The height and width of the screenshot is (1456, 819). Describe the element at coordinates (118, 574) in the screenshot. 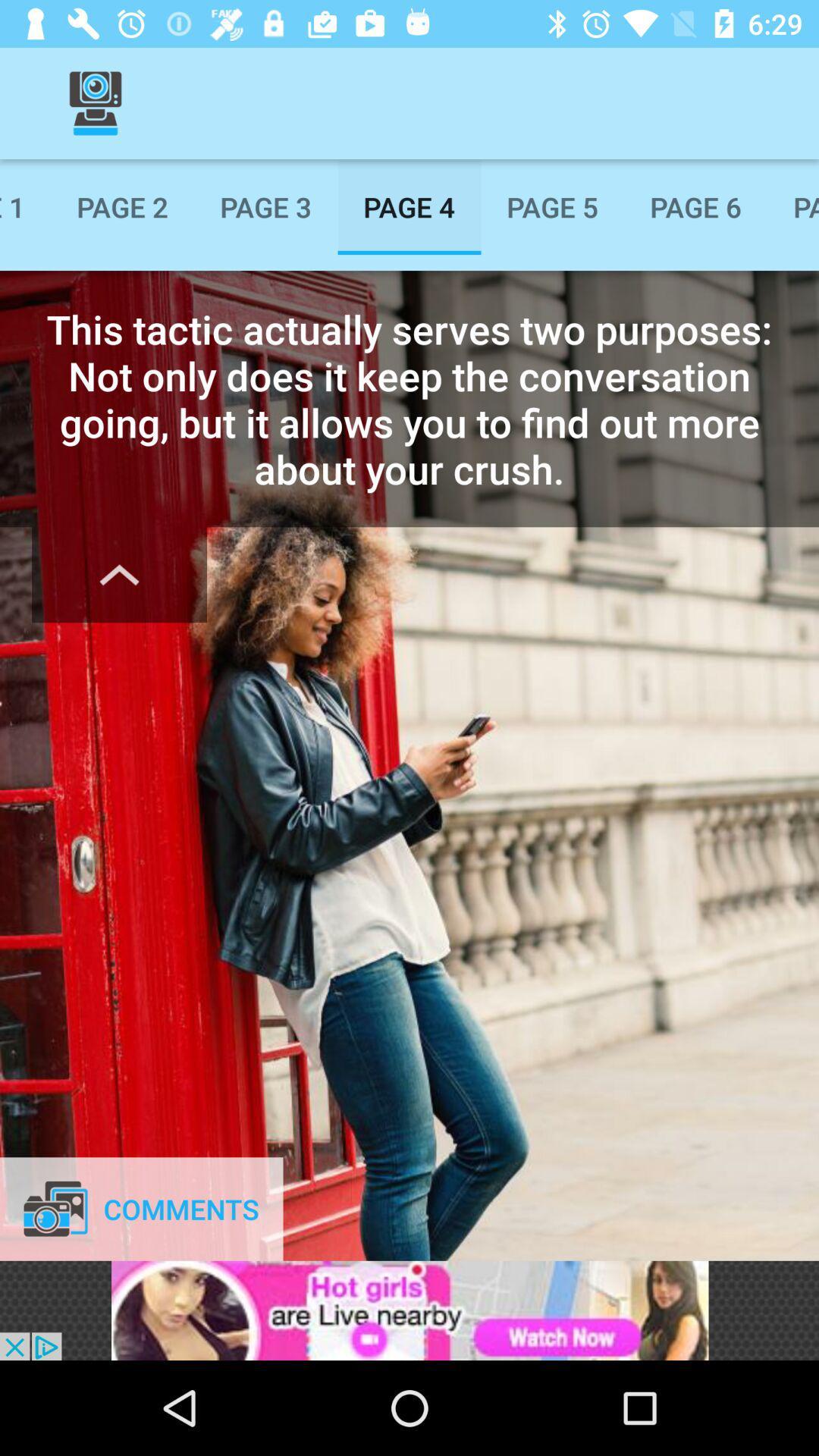

I see `the expand_less icon` at that location.